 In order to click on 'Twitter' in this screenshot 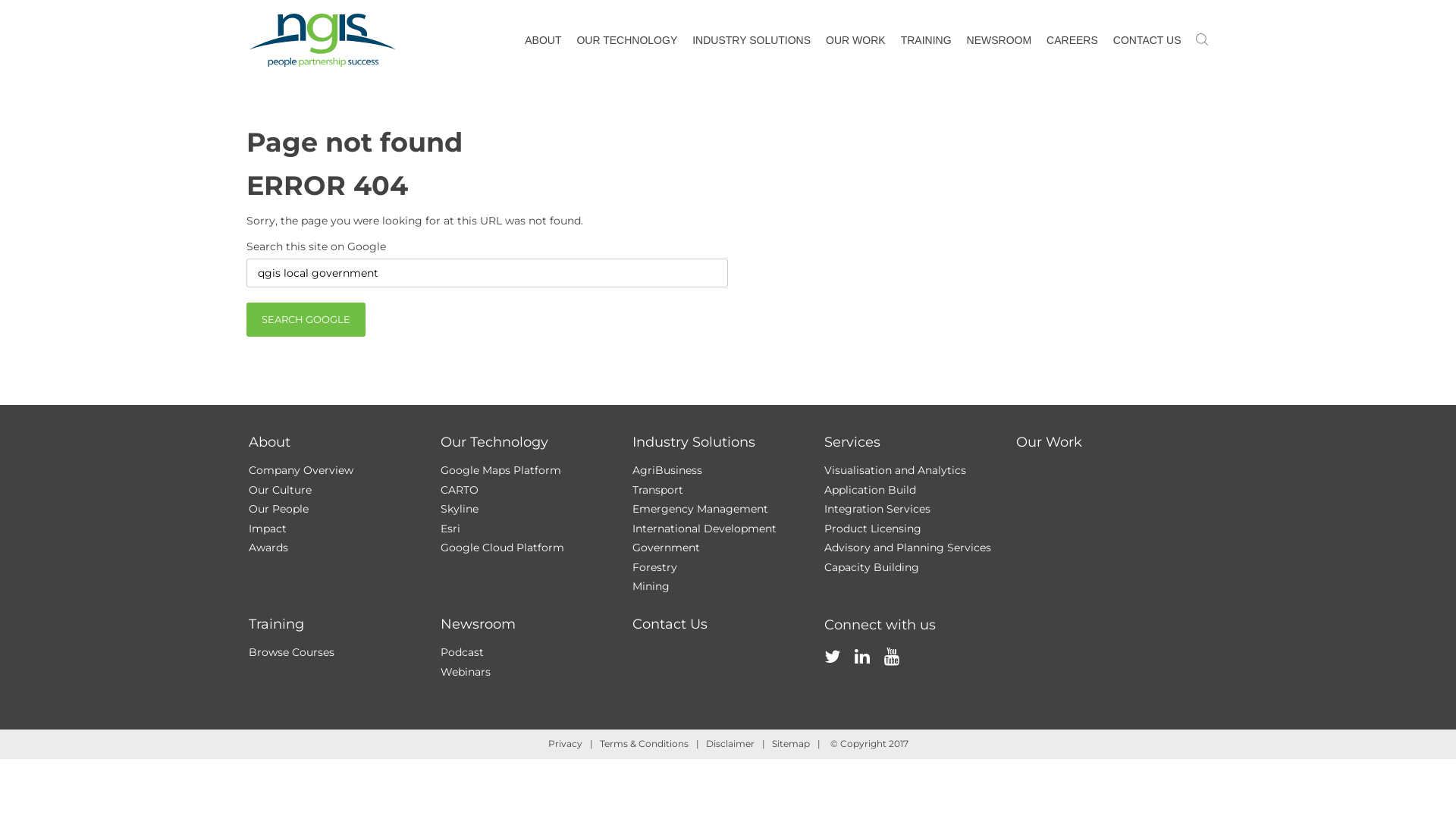, I will do `click(822, 672)`.